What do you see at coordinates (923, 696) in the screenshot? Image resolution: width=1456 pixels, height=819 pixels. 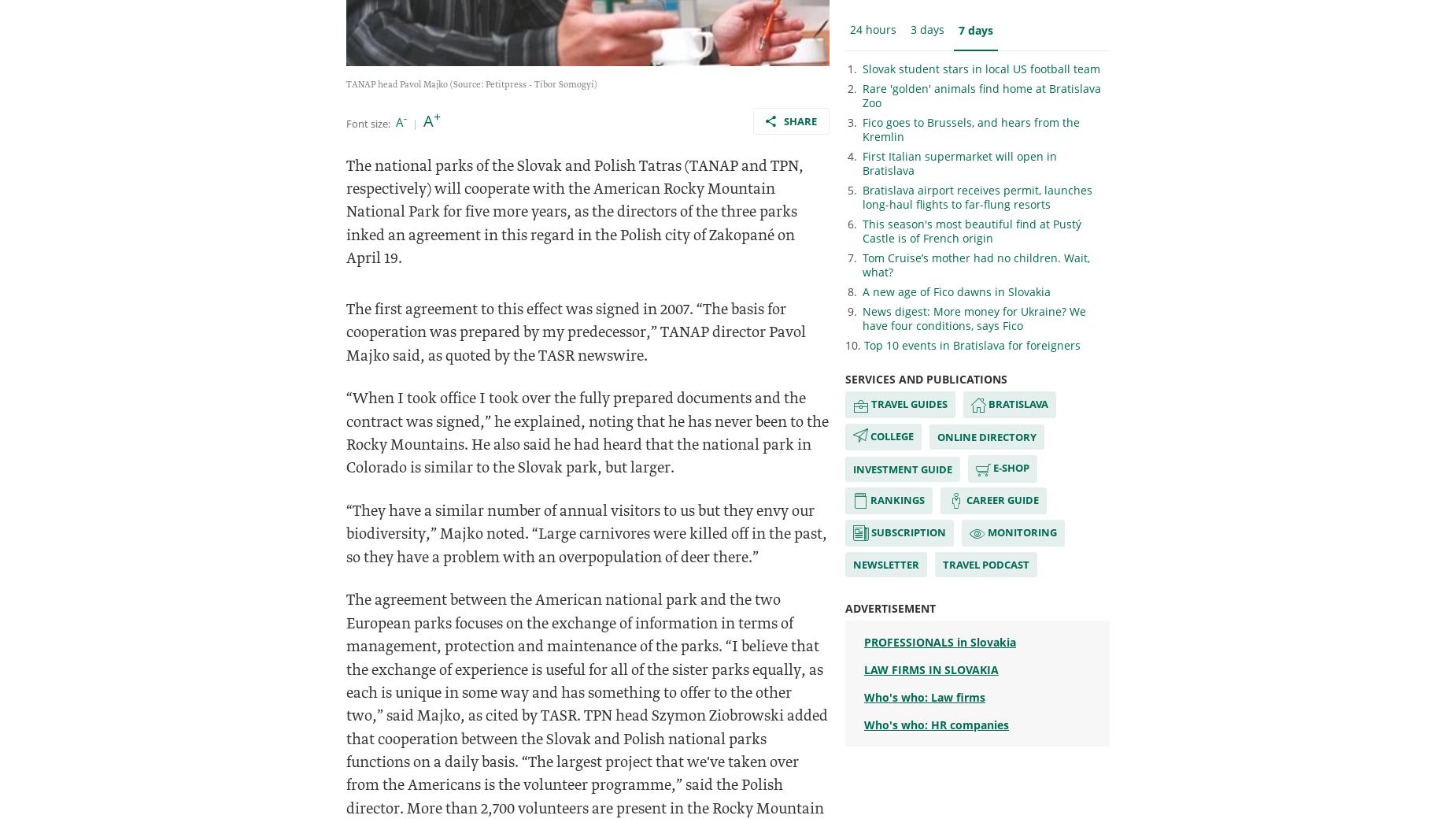 I see `'Who's who: Law firms'` at bounding box center [923, 696].